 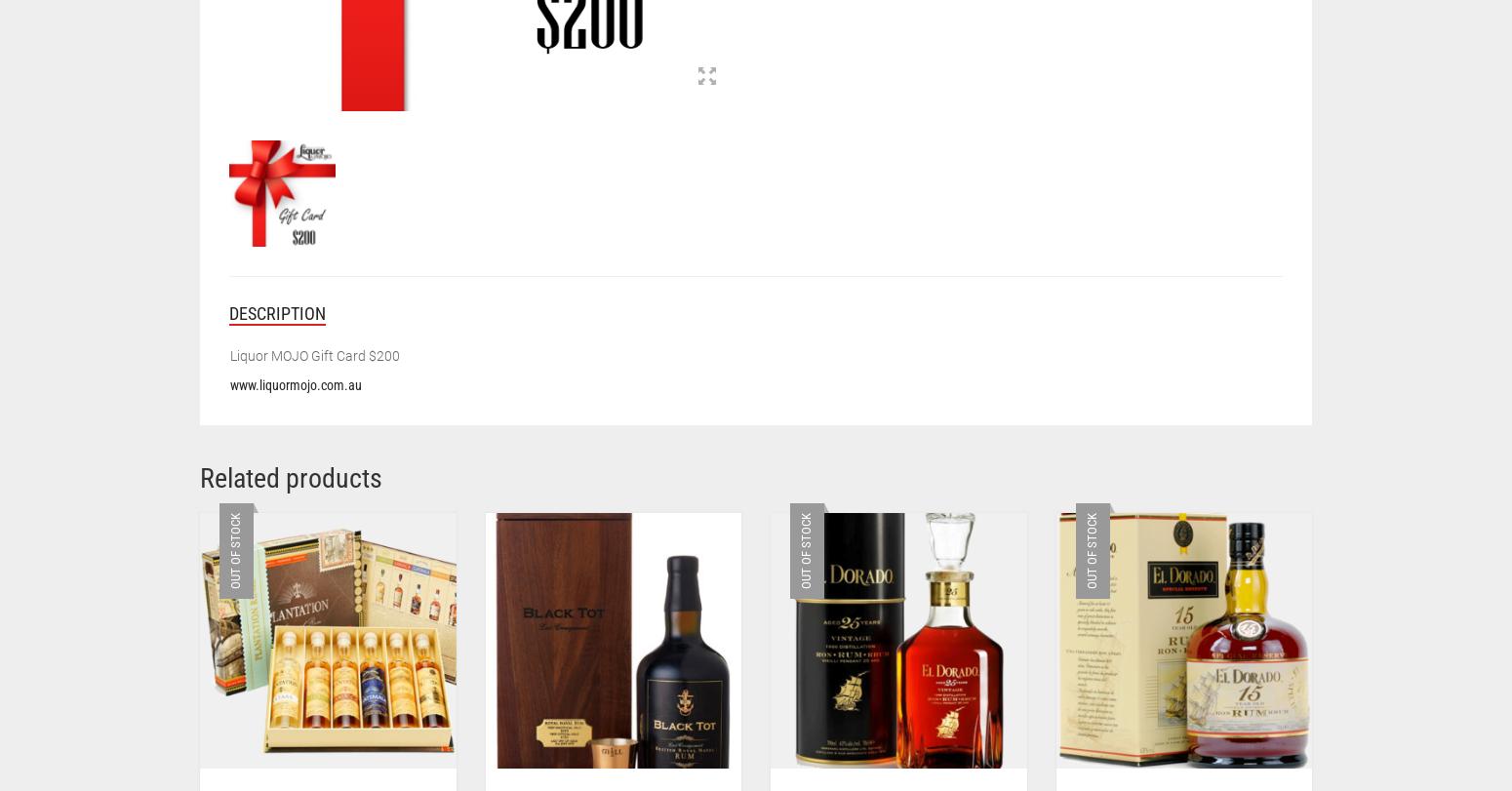 What do you see at coordinates (1010, 79) in the screenshot?
I see `'Plantation Rum Selection Cigar Gift Pack (6 x 100ml bottles) showcases the best from the Plantation rum range, containing the following expressions: Plantation 3 Stars, Original Dark, Barbados Grande Reserve, Guatemala Gran Anejo, Plantation XO 20th Anniversary and the rare Peru Vintage 2004.'` at bounding box center [1010, 79].